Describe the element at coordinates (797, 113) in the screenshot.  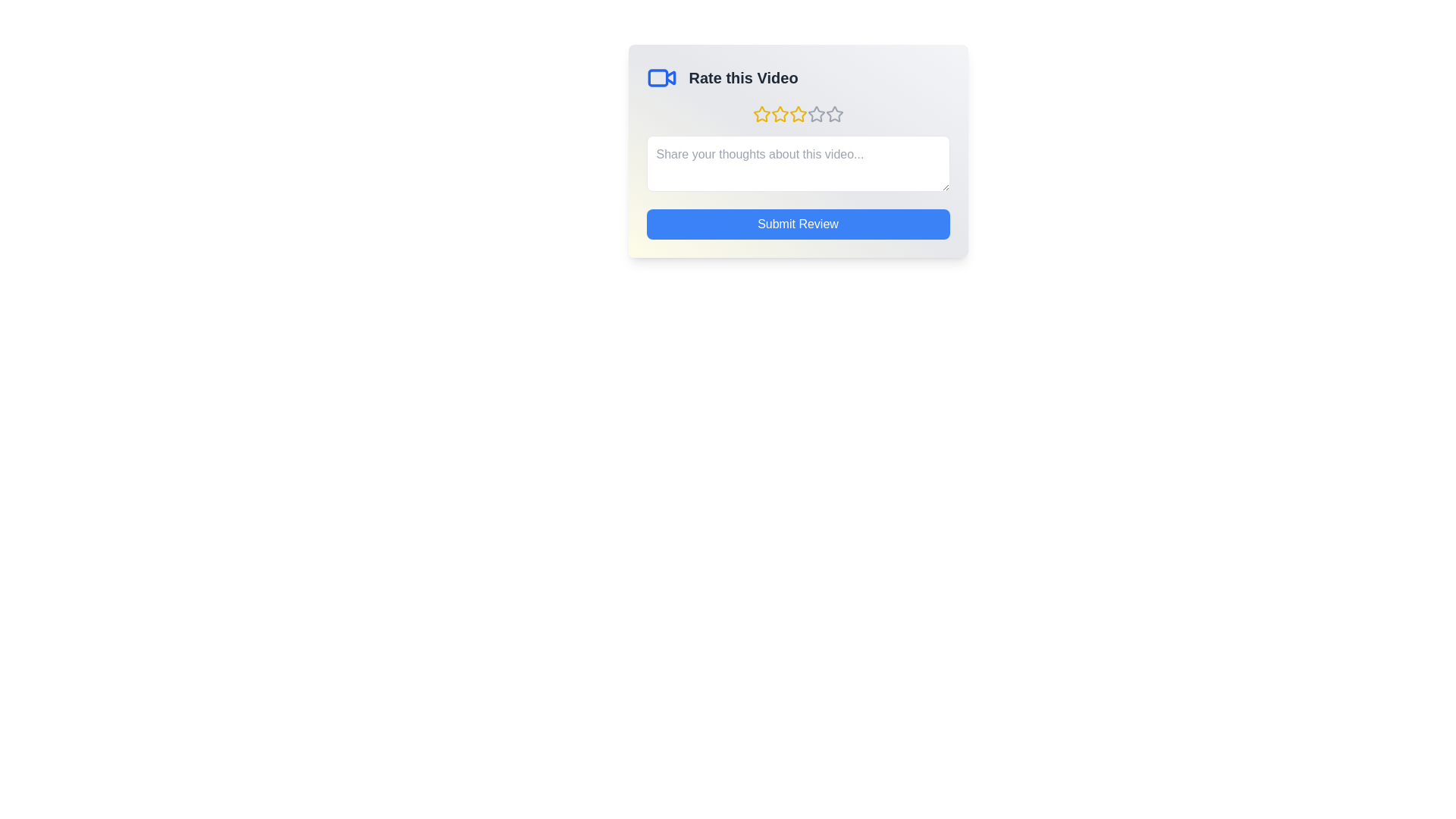
I see `the rating to 3 stars by clicking on the respective star` at that location.